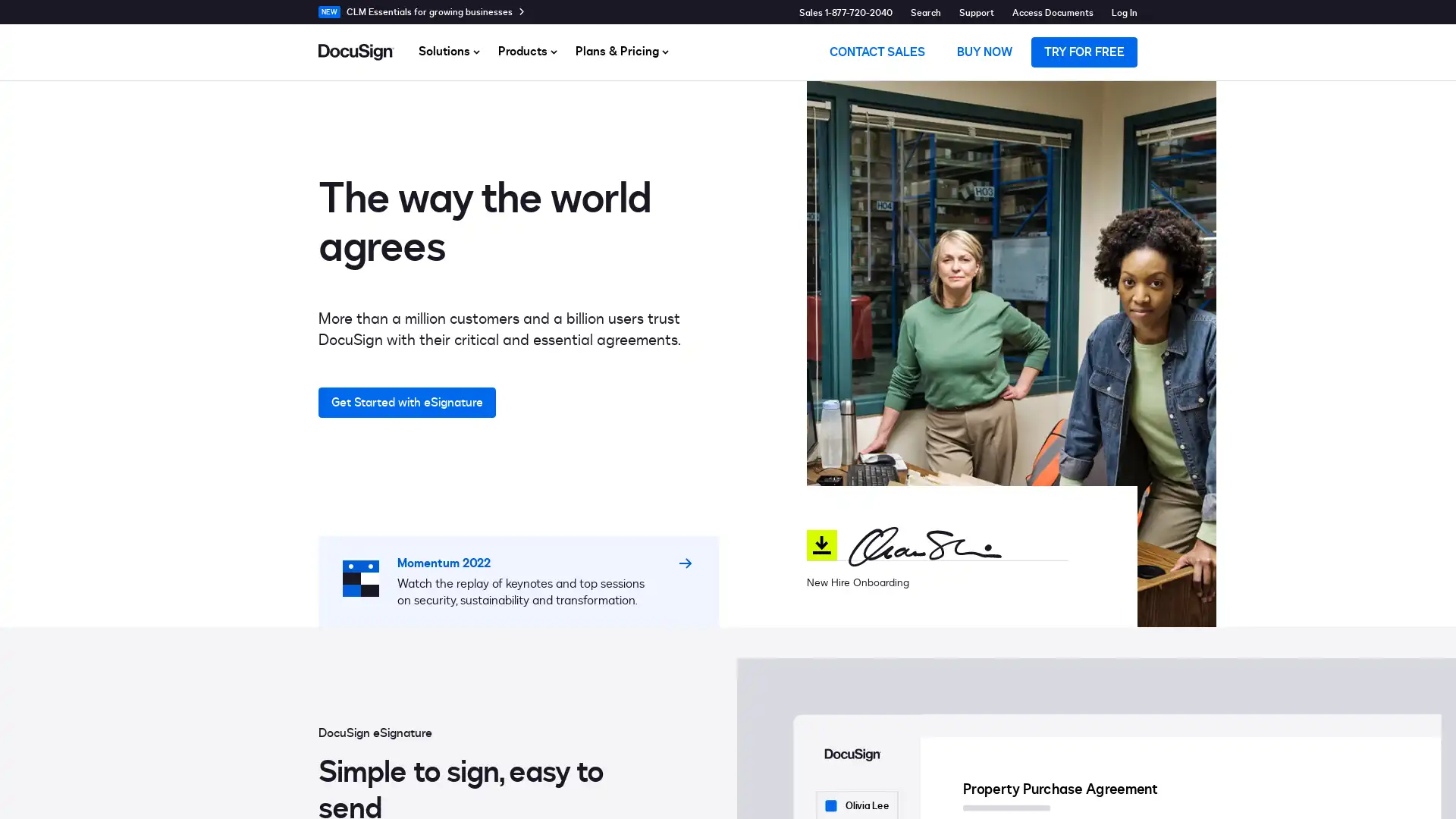 The image size is (1456, 819). What do you see at coordinates (924, 12) in the screenshot?
I see `Search` at bounding box center [924, 12].